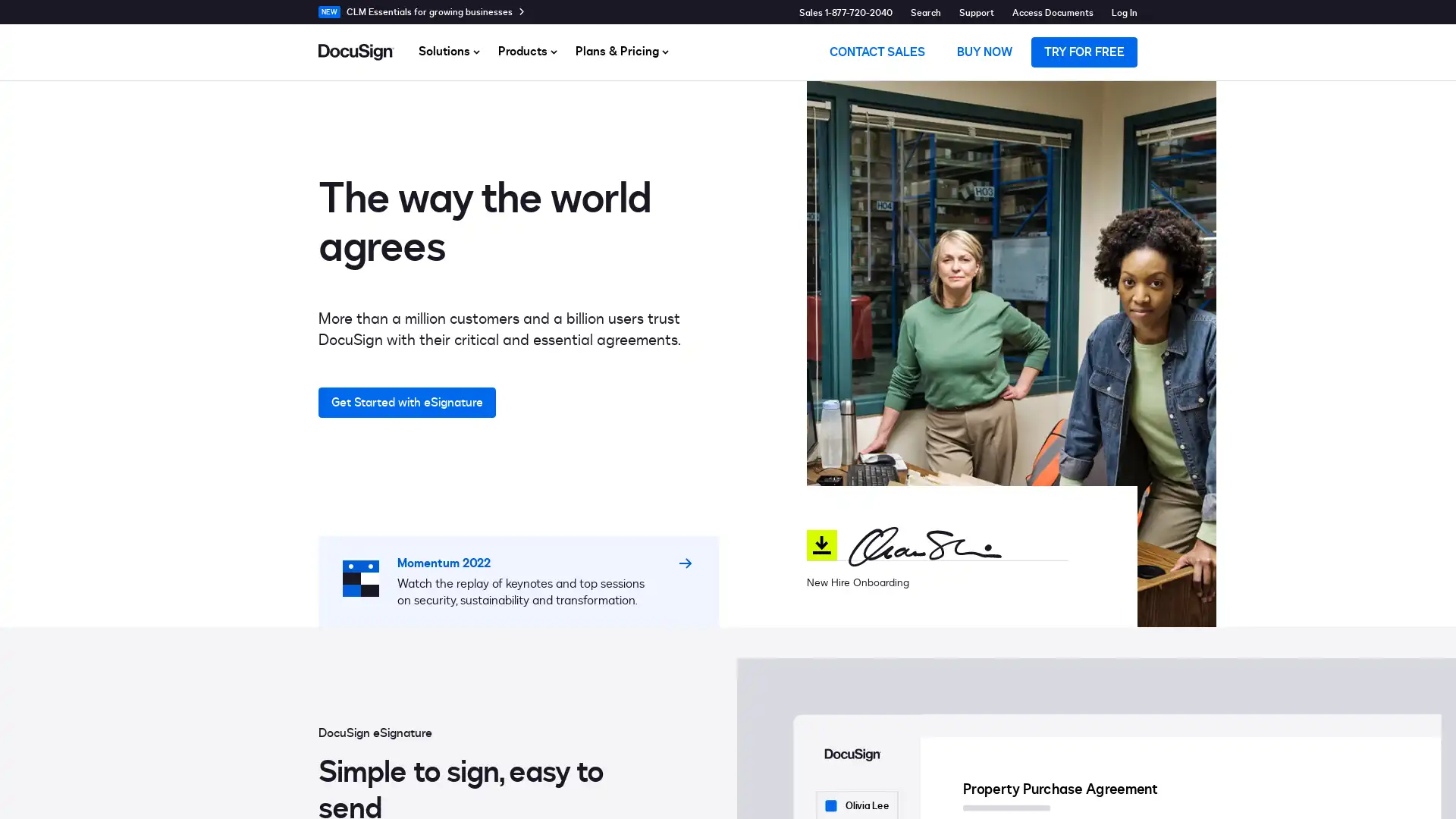 The image size is (1456, 819). What do you see at coordinates (924, 12) in the screenshot?
I see `Search` at bounding box center [924, 12].